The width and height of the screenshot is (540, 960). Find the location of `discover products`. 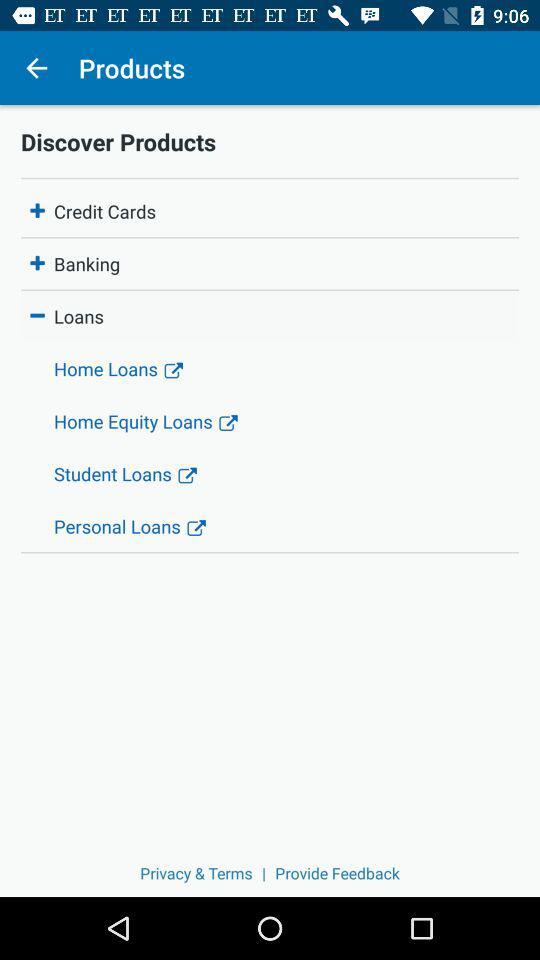

discover products is located at coordinates (270, 140).